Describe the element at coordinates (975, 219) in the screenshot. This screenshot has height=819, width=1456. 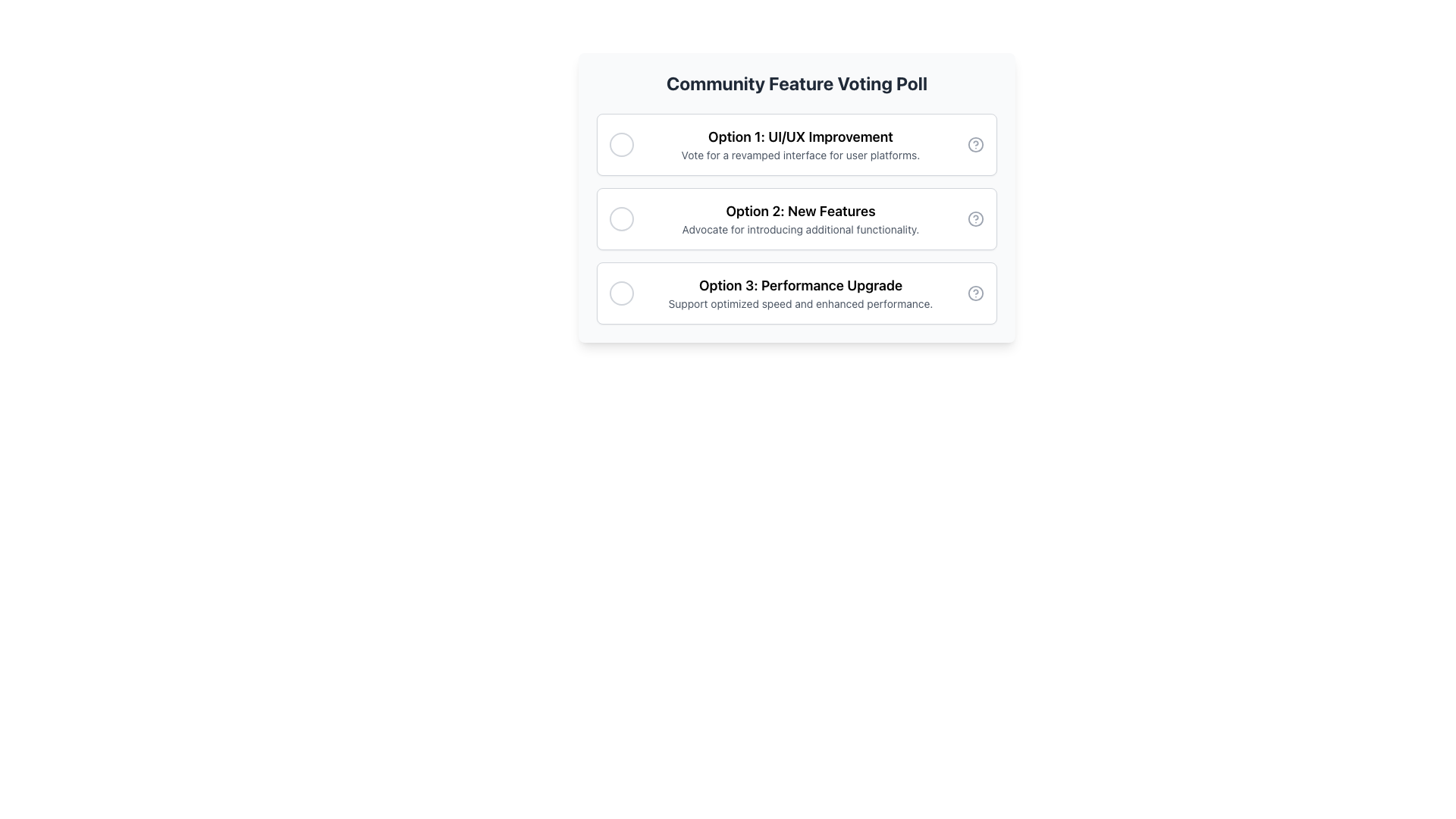
I see `the inner Circle element of the SVG graphic that is part of the icon next to the voting text for 'Option 2: New Features'` at that location.